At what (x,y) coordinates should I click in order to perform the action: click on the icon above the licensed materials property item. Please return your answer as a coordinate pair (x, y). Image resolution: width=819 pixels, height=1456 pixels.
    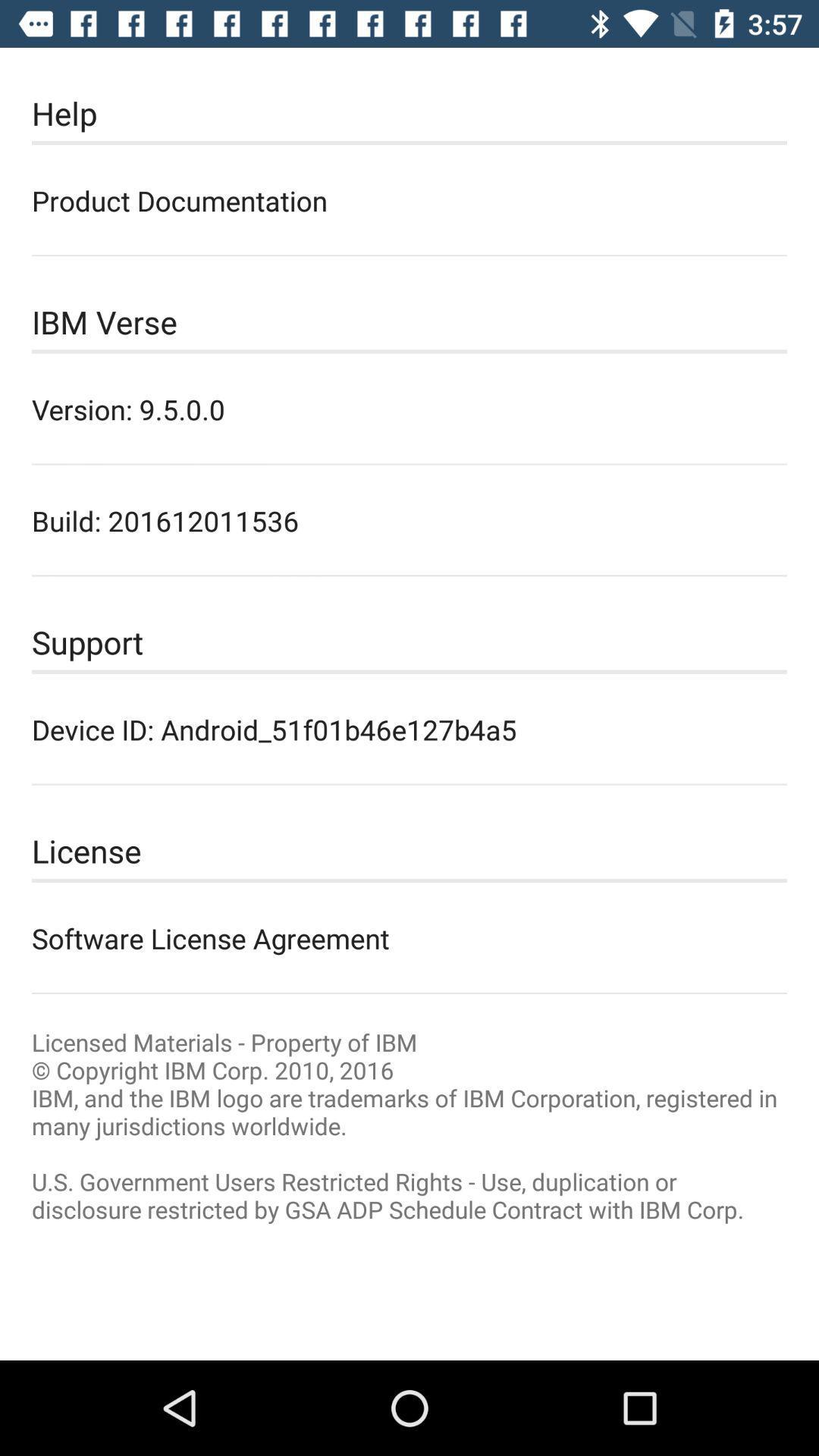
    Looking at the image, I should click on (409, 937).